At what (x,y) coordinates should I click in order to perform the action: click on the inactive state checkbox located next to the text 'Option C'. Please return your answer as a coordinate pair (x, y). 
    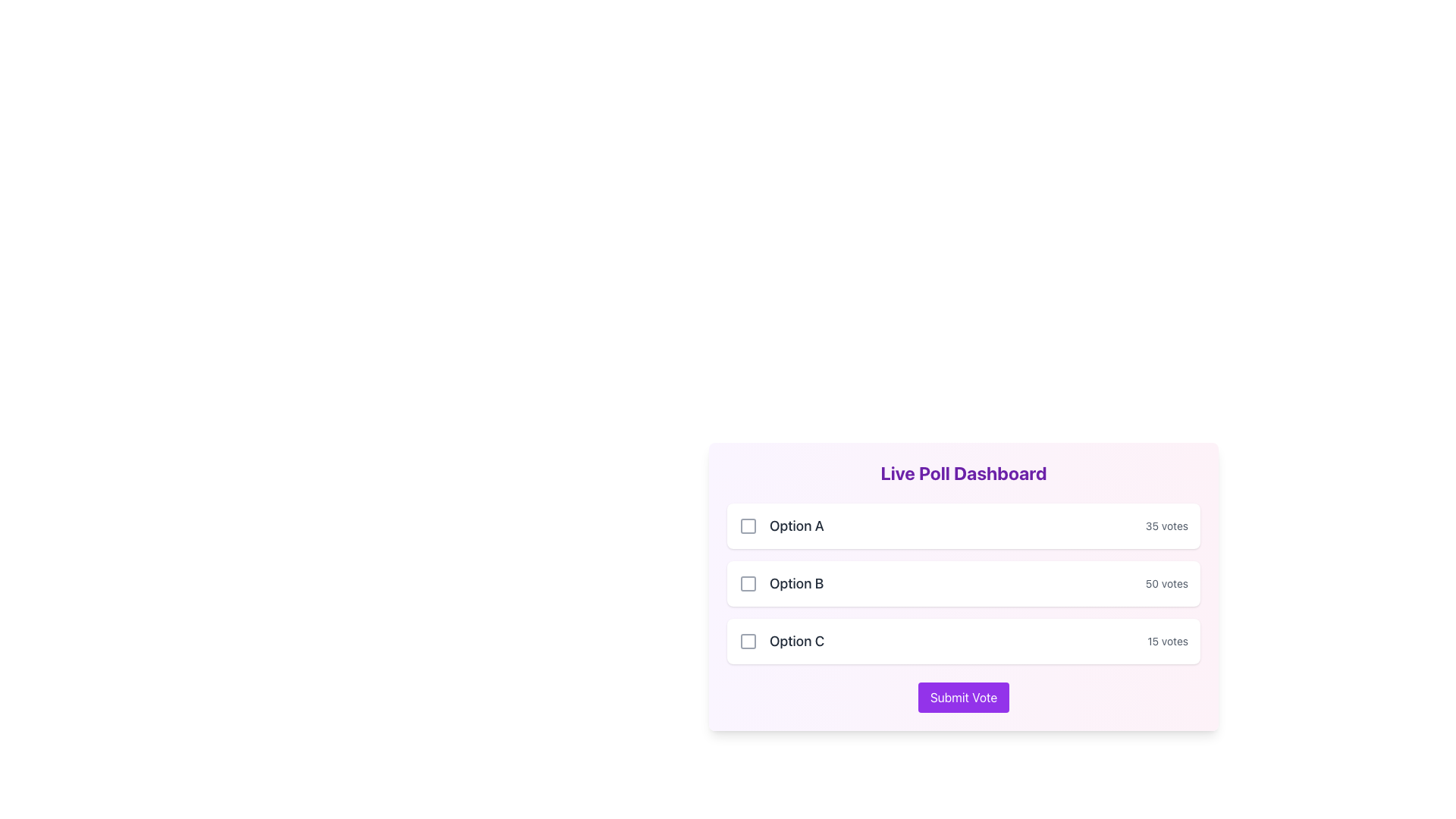
    Looking at the image, I should click on (748, 641).